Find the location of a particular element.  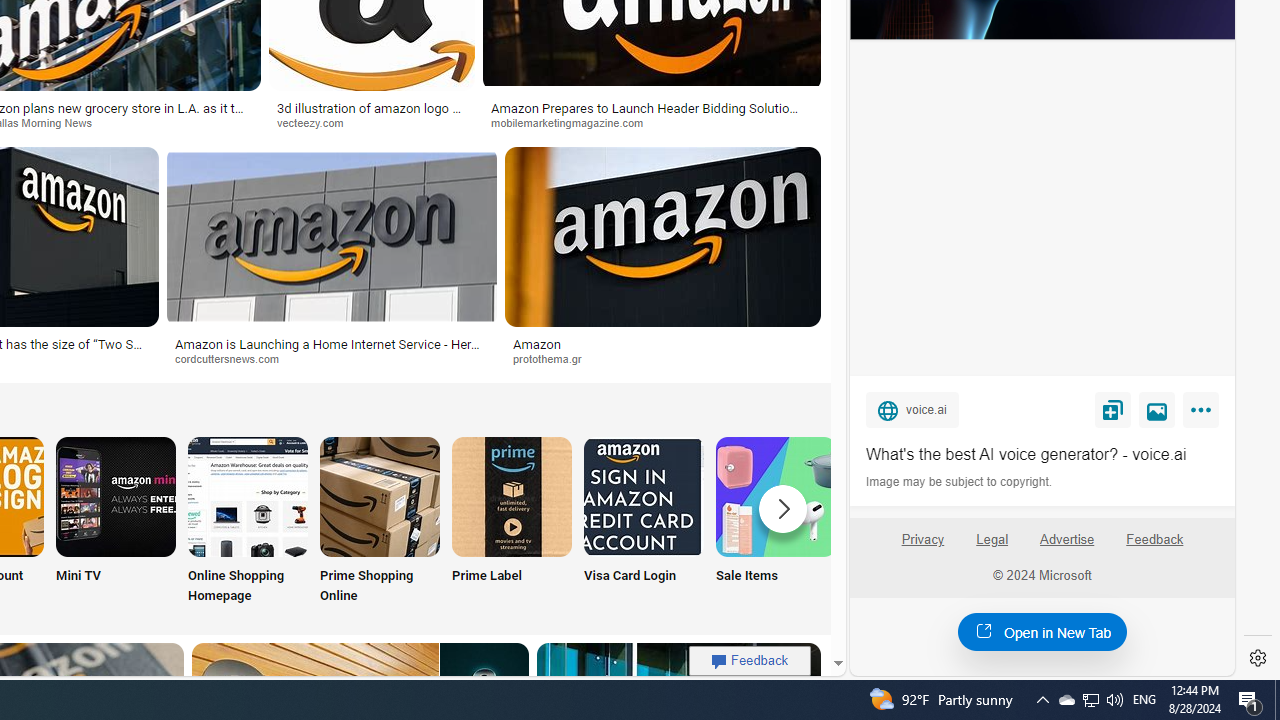

'Amazon Mini TV Mini TV' is located at coordinates (115, 521).